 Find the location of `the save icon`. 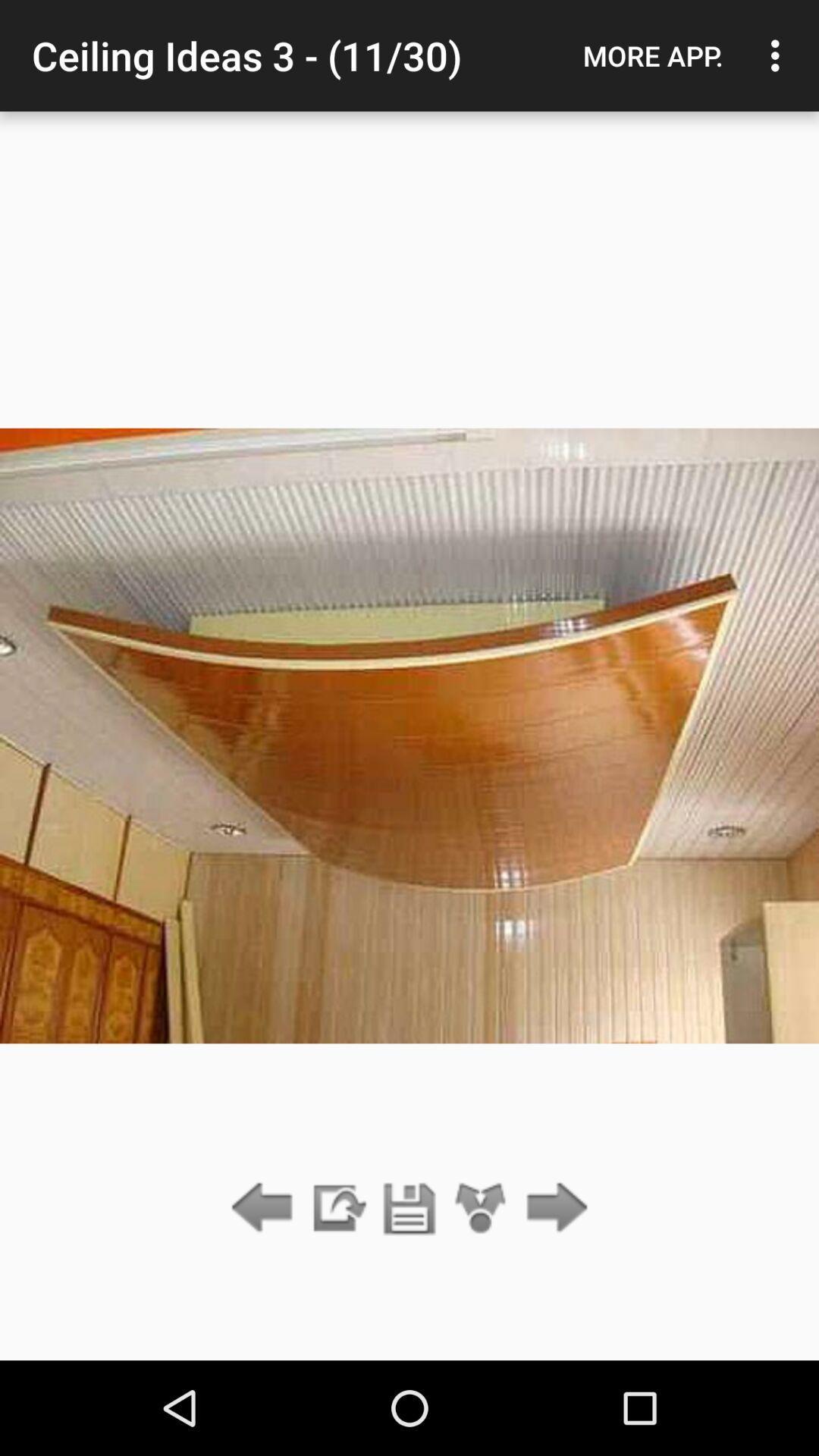

the save icon is located at coordinates (409, 1208).